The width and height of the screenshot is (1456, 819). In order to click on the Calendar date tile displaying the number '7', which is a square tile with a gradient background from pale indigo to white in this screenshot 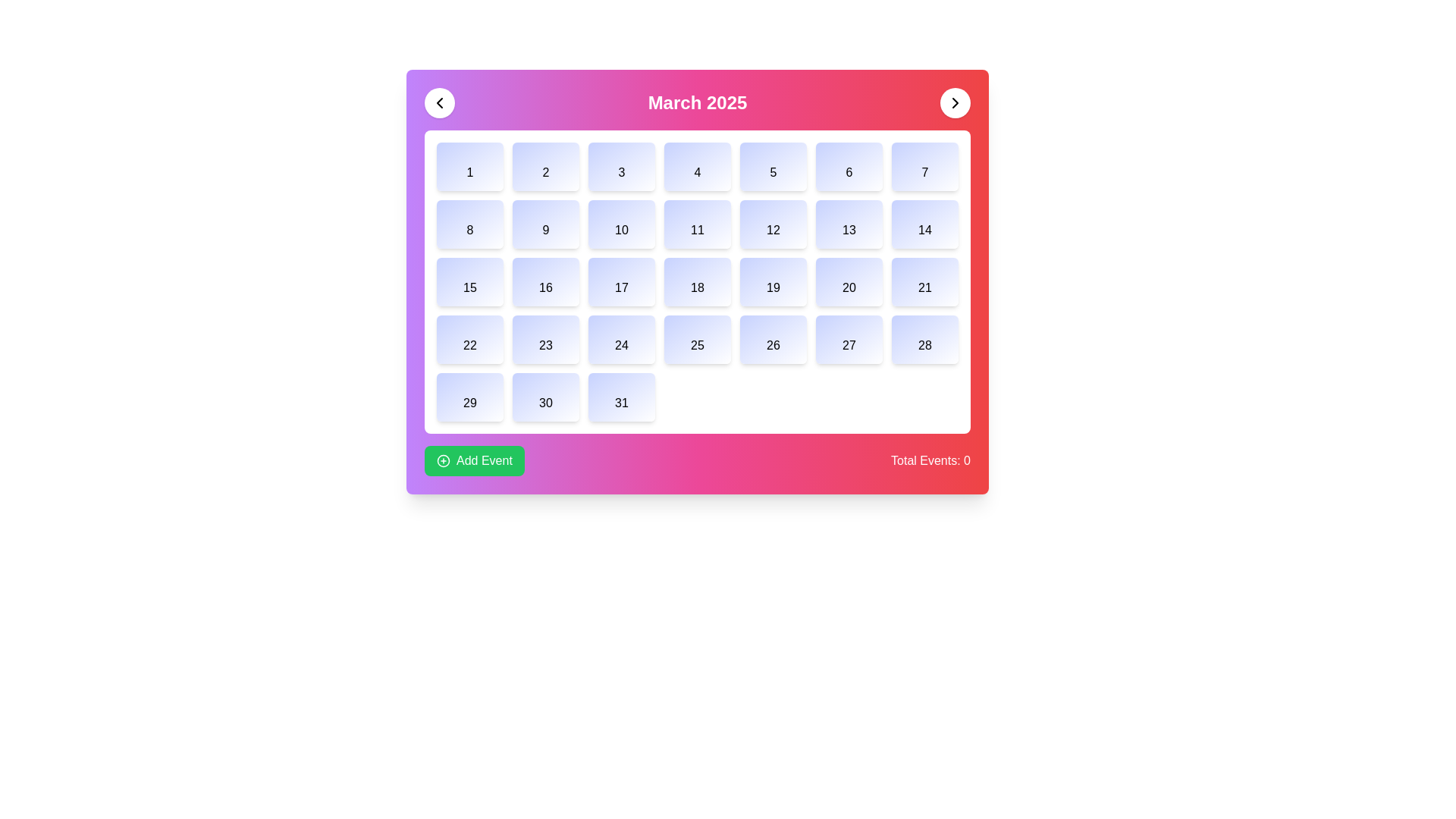, I will do `click(924, 166)`.